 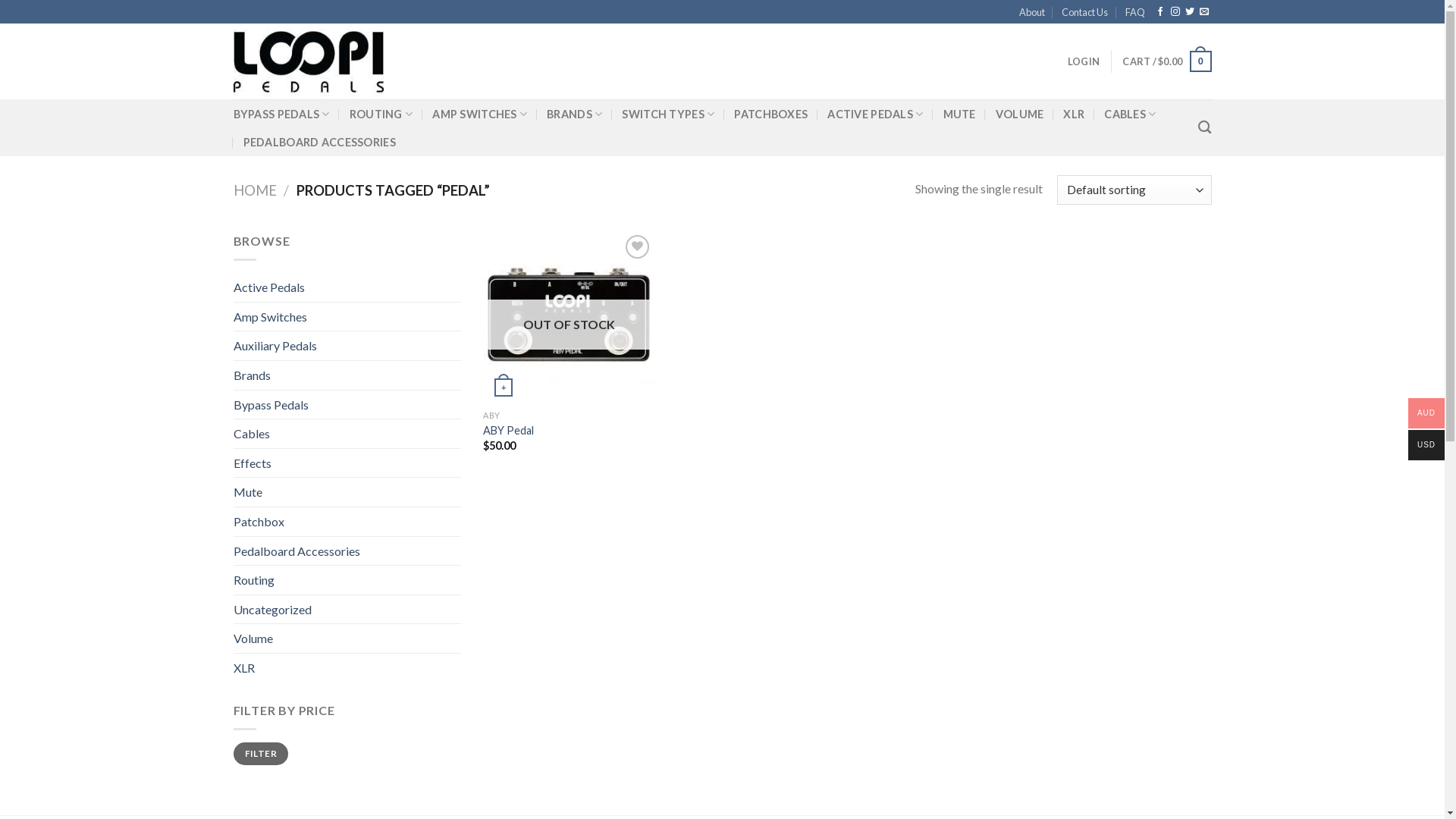 What do you see at coordinates (1203, 11) in the screenshot?
I see `'Send us an email'` at bounding box center [1203, 11].